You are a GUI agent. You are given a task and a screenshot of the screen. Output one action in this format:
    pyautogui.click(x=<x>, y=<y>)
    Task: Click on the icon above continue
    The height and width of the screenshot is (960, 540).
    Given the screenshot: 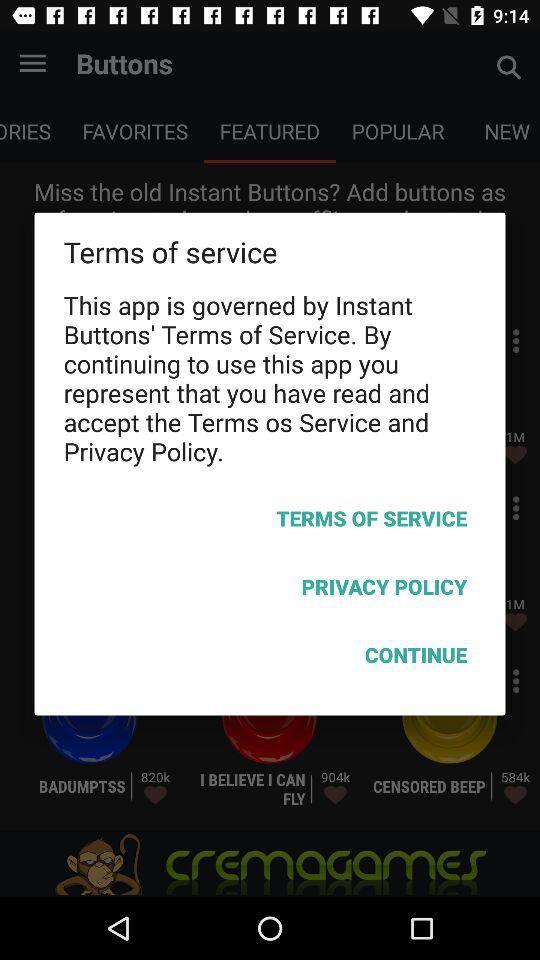 What is the action you would take?
    pyautogui.click(x=270, y=590)
    